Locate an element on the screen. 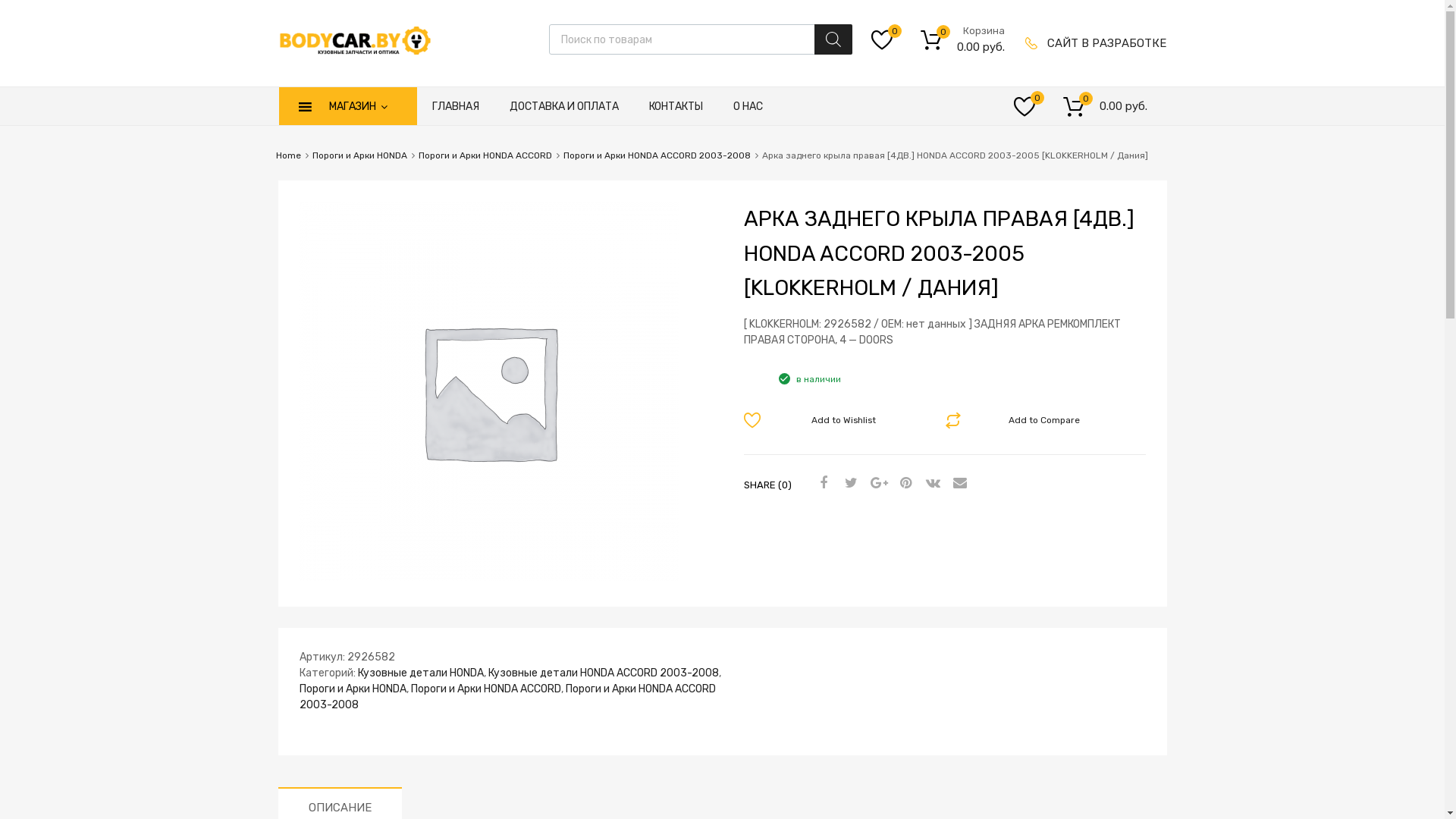  'Share an image on Pinterest' is located at coordinates (902, 483).